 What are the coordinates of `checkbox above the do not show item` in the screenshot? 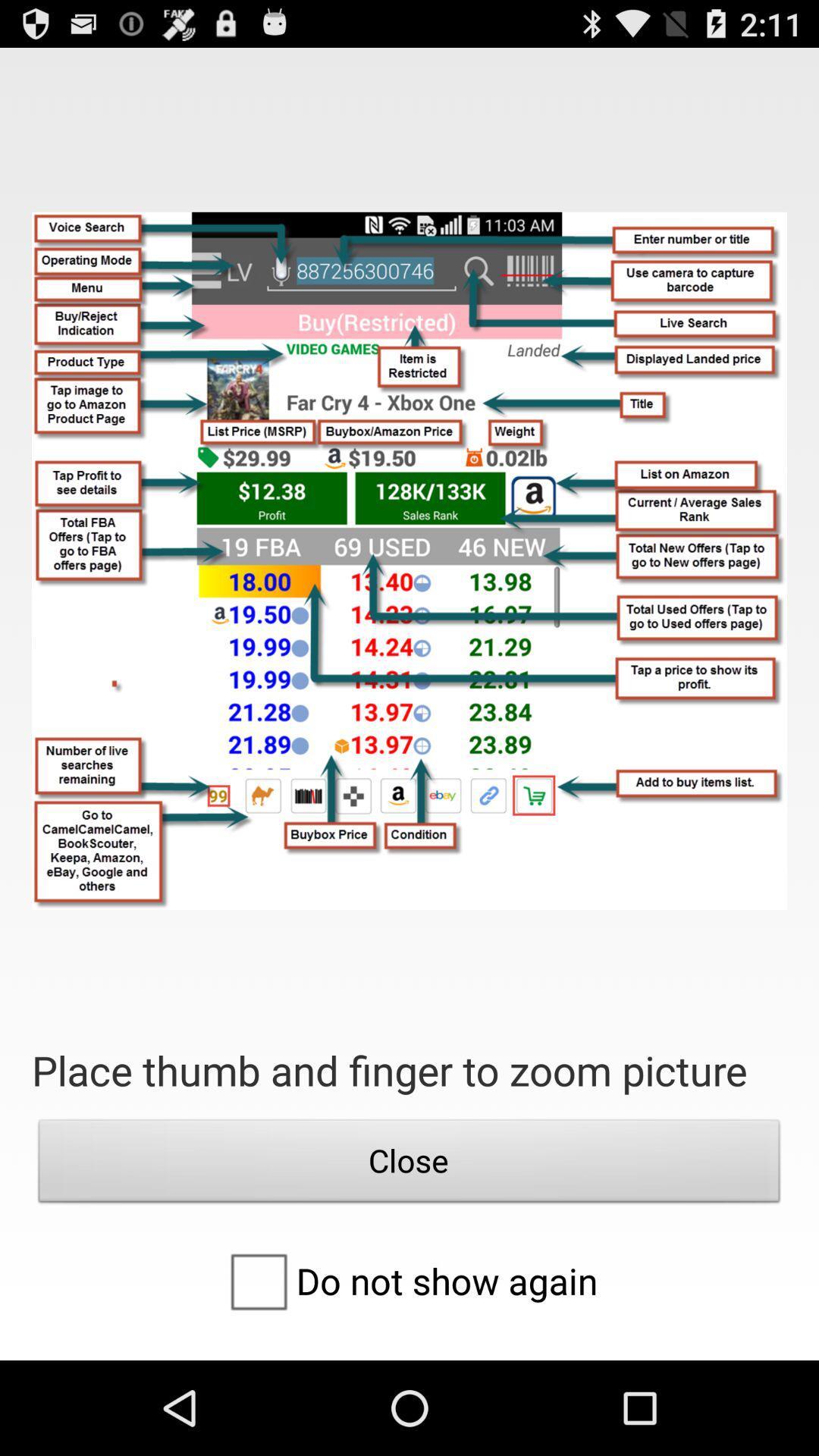 It's located at (409, 1164).